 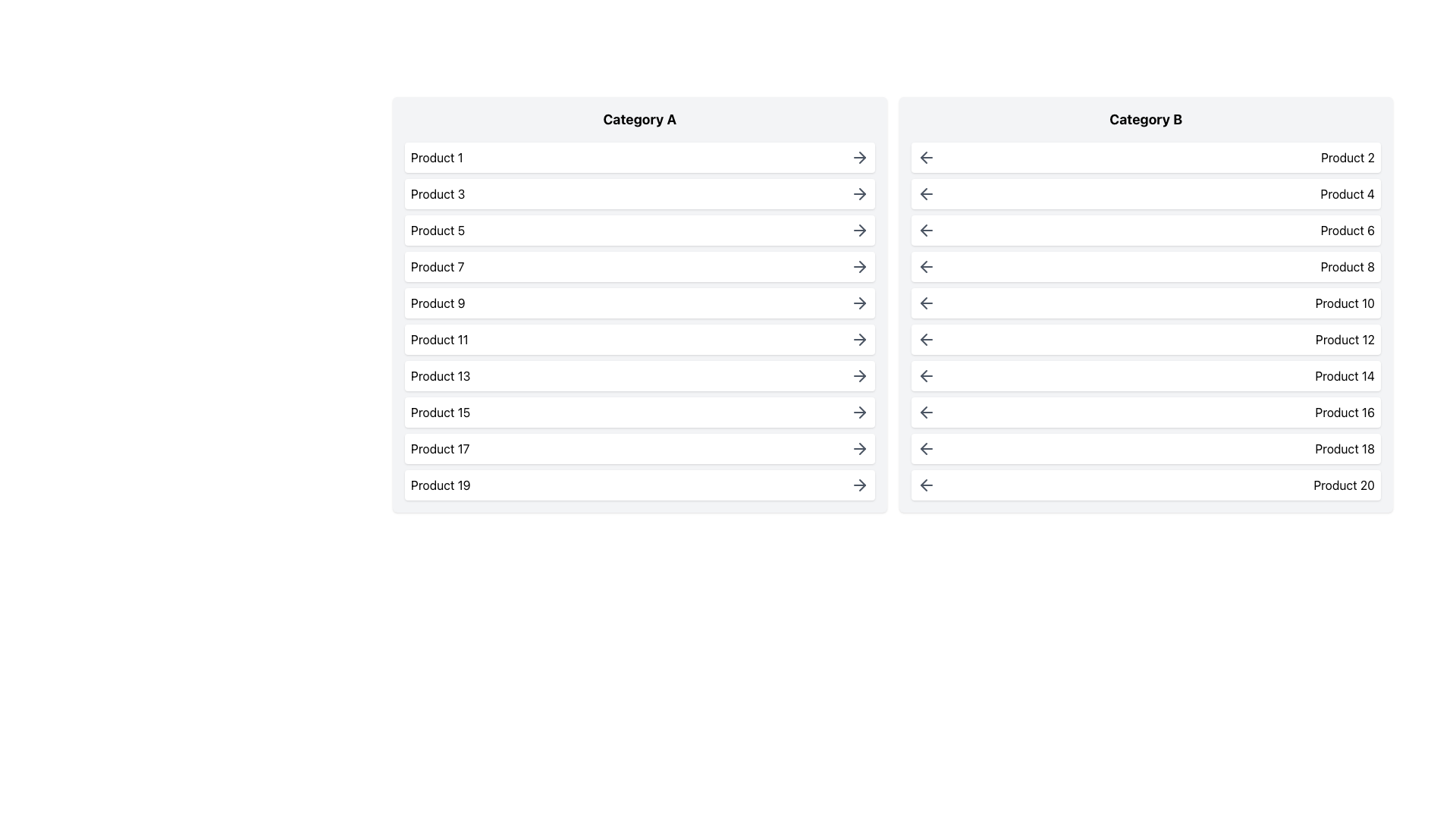 What do you see at coordinates (1345, 412) in the screenshot?
I see `the text label that displays 'Product 16', located in the 'Category B' list, at the 8th position from the top, aligned to the right edge` at bounding box center [1345, 412].